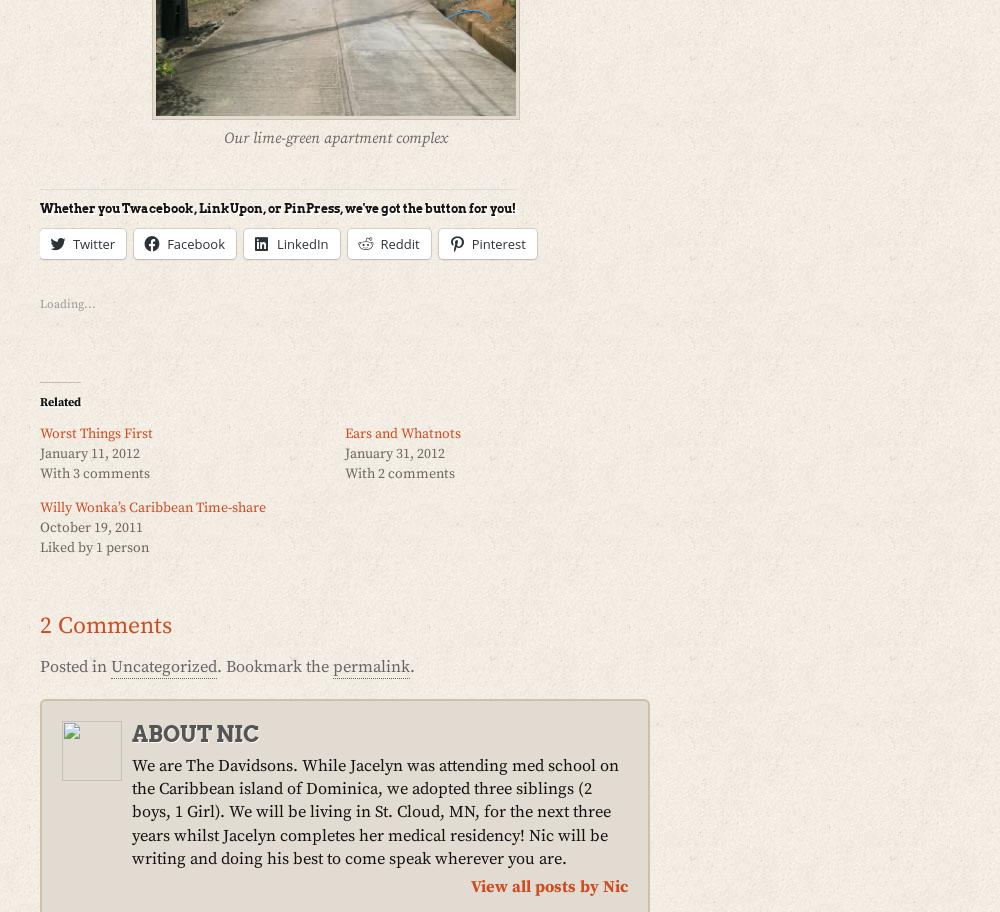 Image resolution: width=1000 pixels, height=912 pixels. I want to click on 'We are The Davidsons. While Jacelyn was attending med school on the Caribbean island of Dominica, we adopted three siblings (2 boys, 1 Girl). We will be living in St. Cloud, MN, for the next three years whilst Jacelyn completes her medical residency! Nic will be writing and doing his best to come speak wherever you are.', so click(375, 811).